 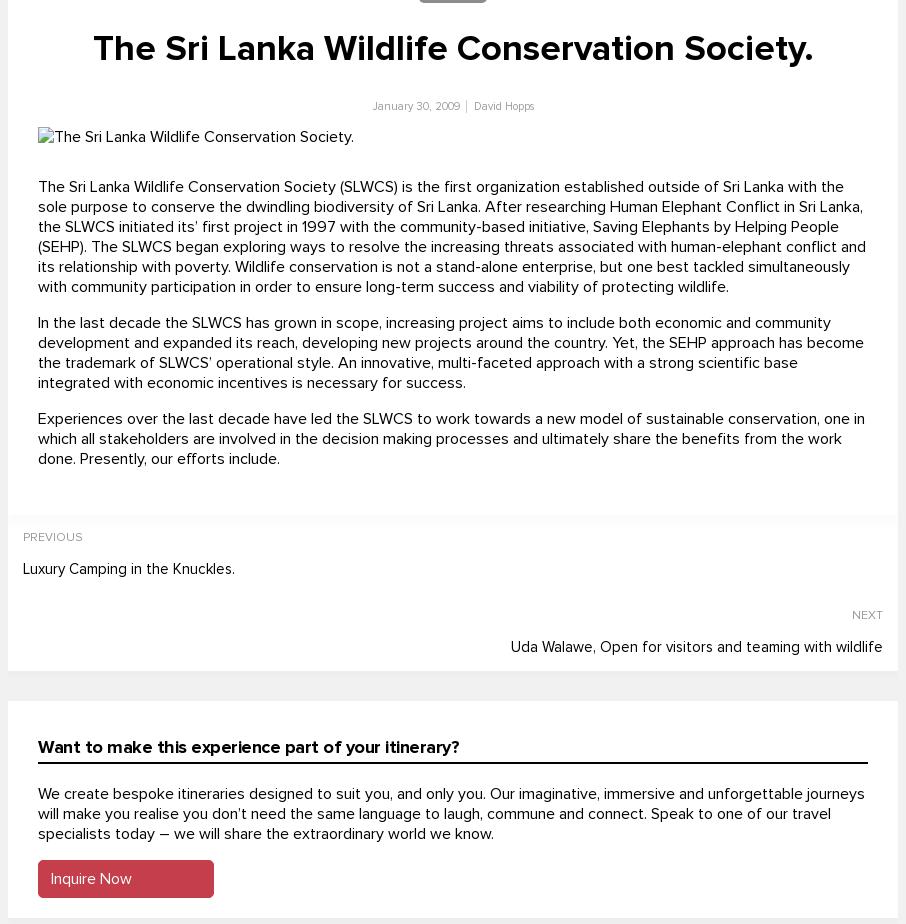 I want to click on 'The Sri Lanka Wildlife Conservation Society (SLWCS) is  the first organization established outside of Sri Lanka with the sole purpose to  conserve the dwindling biodiversity of Sri Lanka. After researching Human  Elephant Conflict in Sri Lanka, the SLWCS initiated its’ first project in 1997  with the community-based initiative, Saving Elephants by Helping People (SEHP).  The SLWCS began exploring ways to resolve the increasing threats associated with  human-elephant conflict and its relationship with poverty. Wildlife conservation  is not a stand-alone enterprise, but one best tackled simultaneously with  community participation in order to ensure long-term success and viability of  protecting wildlife.', so click(x=452, y=237).